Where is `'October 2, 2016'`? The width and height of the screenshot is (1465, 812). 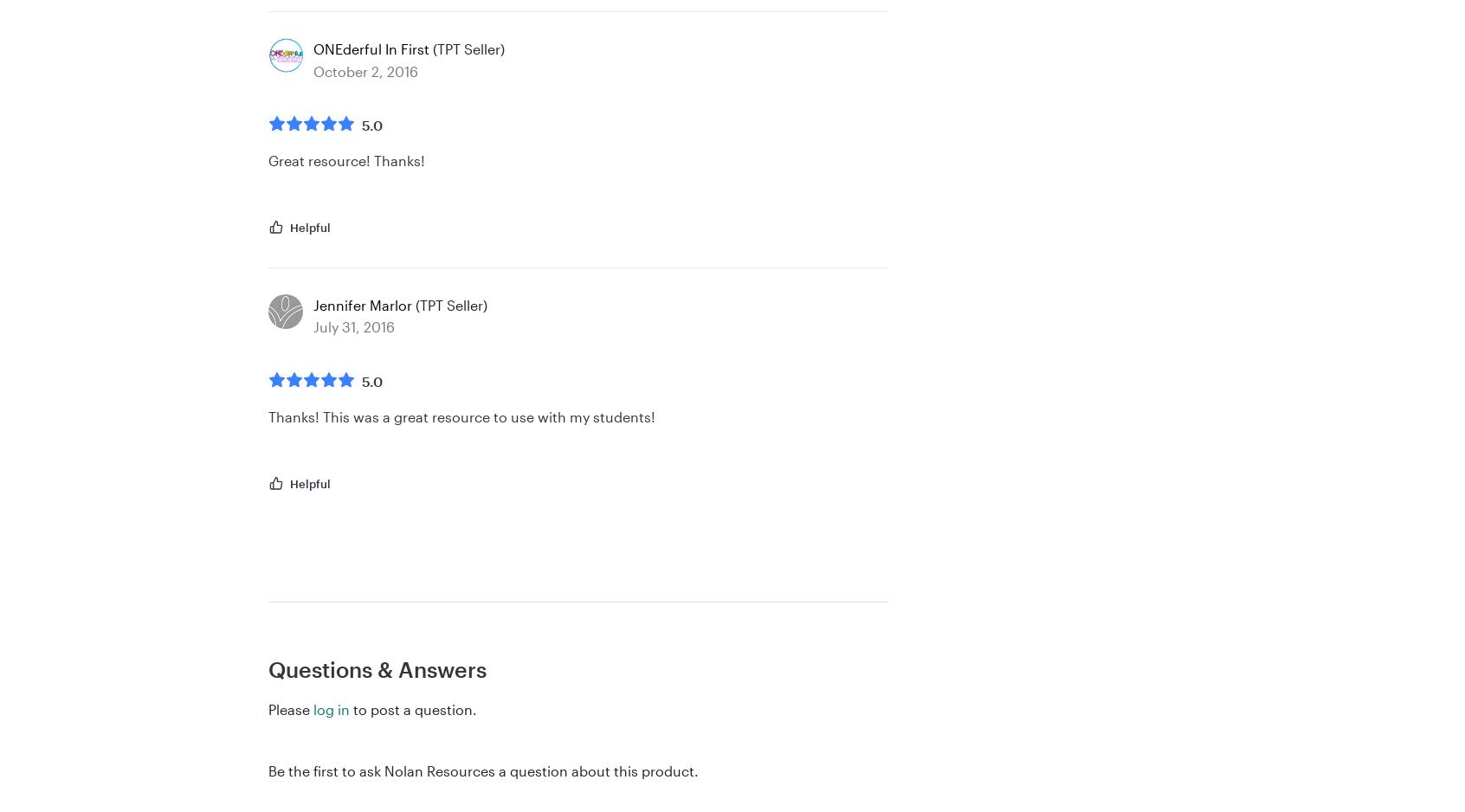
'October 2, 2016' is located at coordinates (365, 70).